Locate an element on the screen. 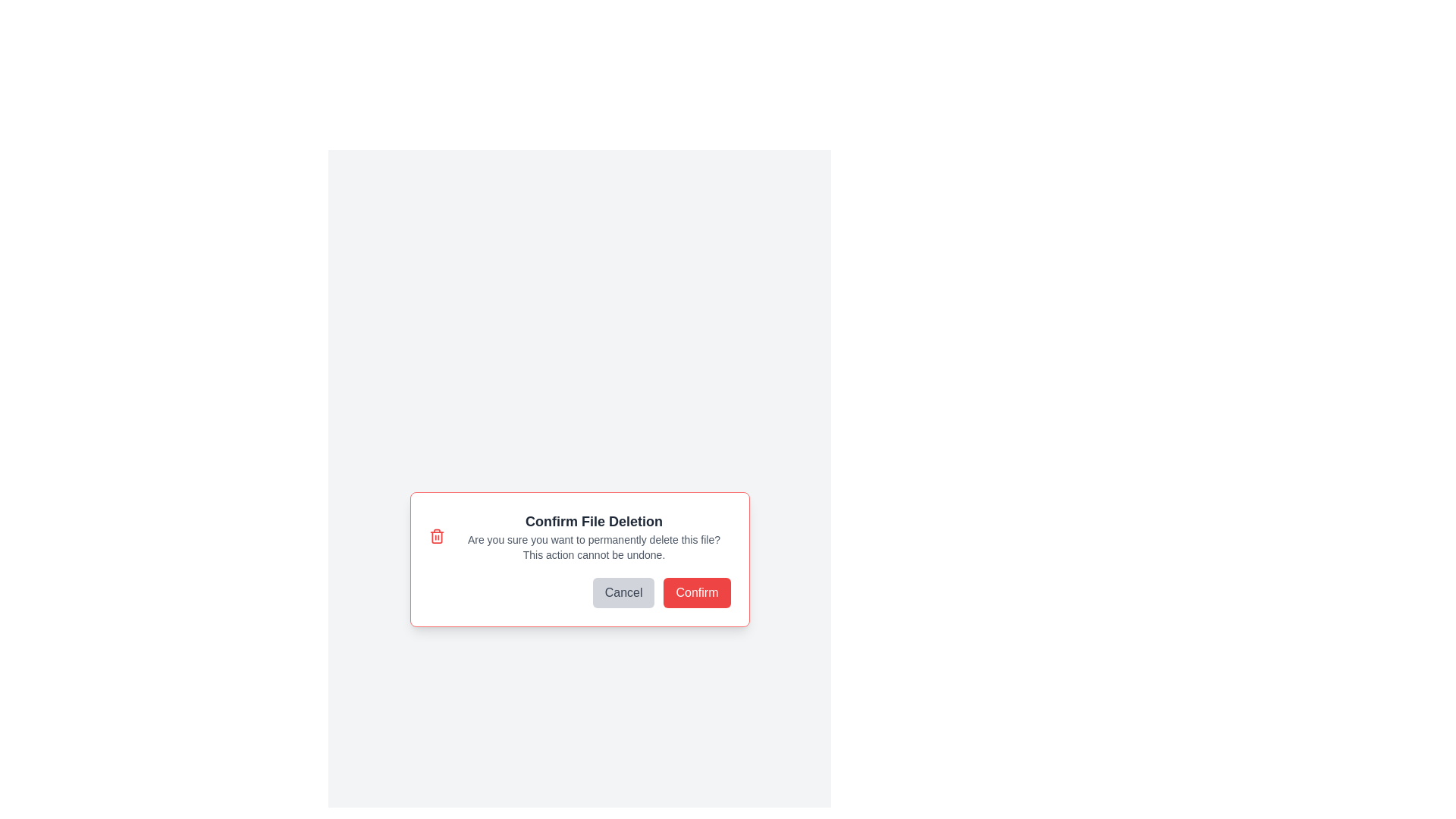 Image resolution: width=1456 pixels, height=819 pixels. the 'Cancel' button, which is a rectangular button with a gray background and rounded corners, located in the bottom-right quadrant of the modal dialog box is located at coordinates (623, 592).